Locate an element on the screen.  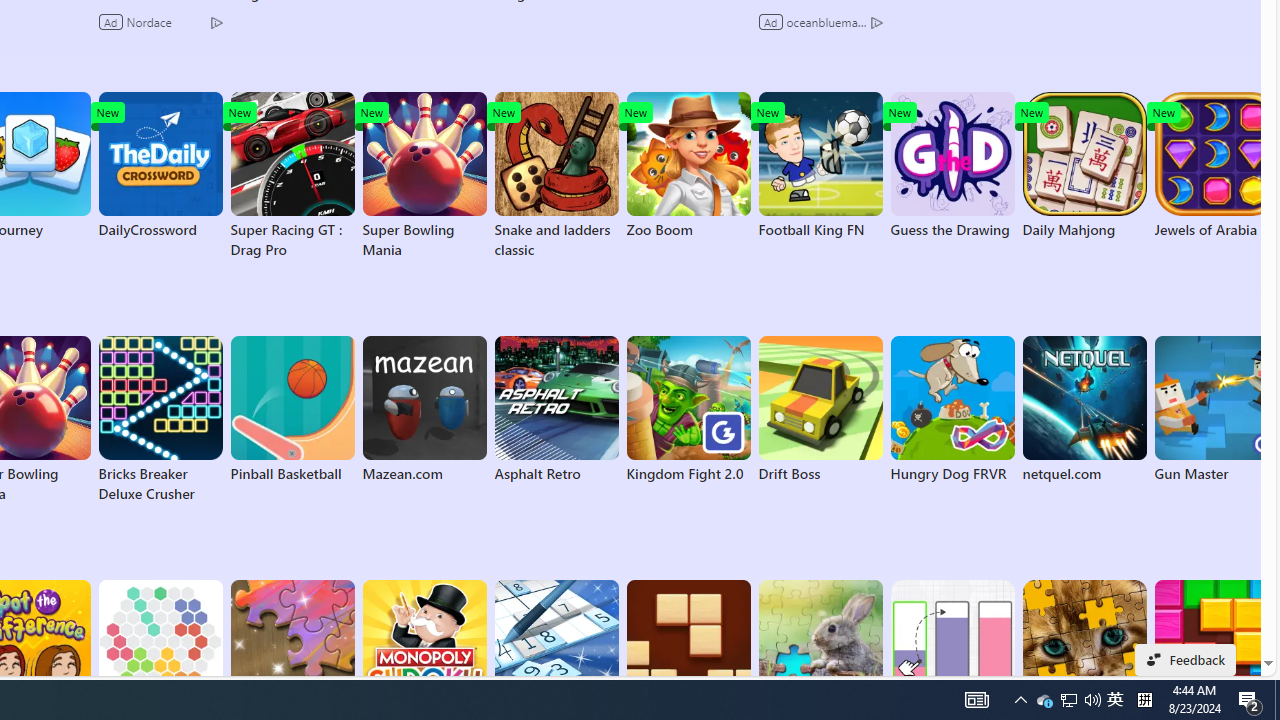
'netquel.com' is located at coordinates (1083, 409).